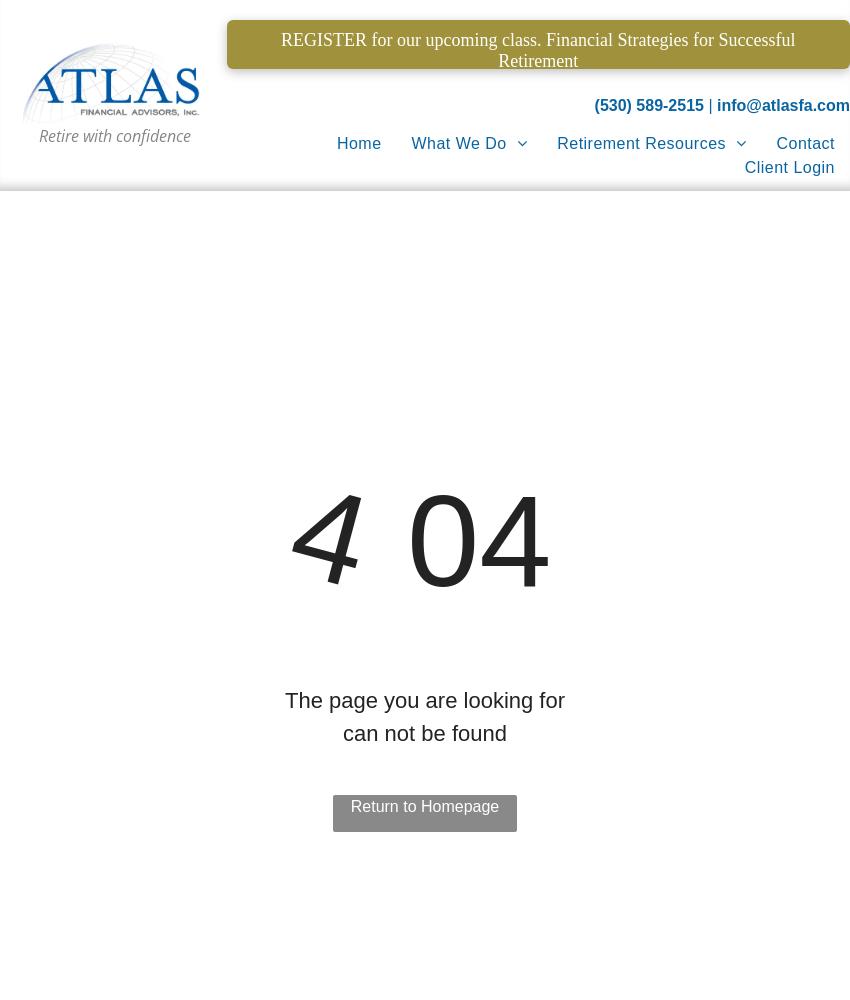 This screenshot has height=1000, width=850. I want to click on 'info@atlasfa.com', so click(782, 104).